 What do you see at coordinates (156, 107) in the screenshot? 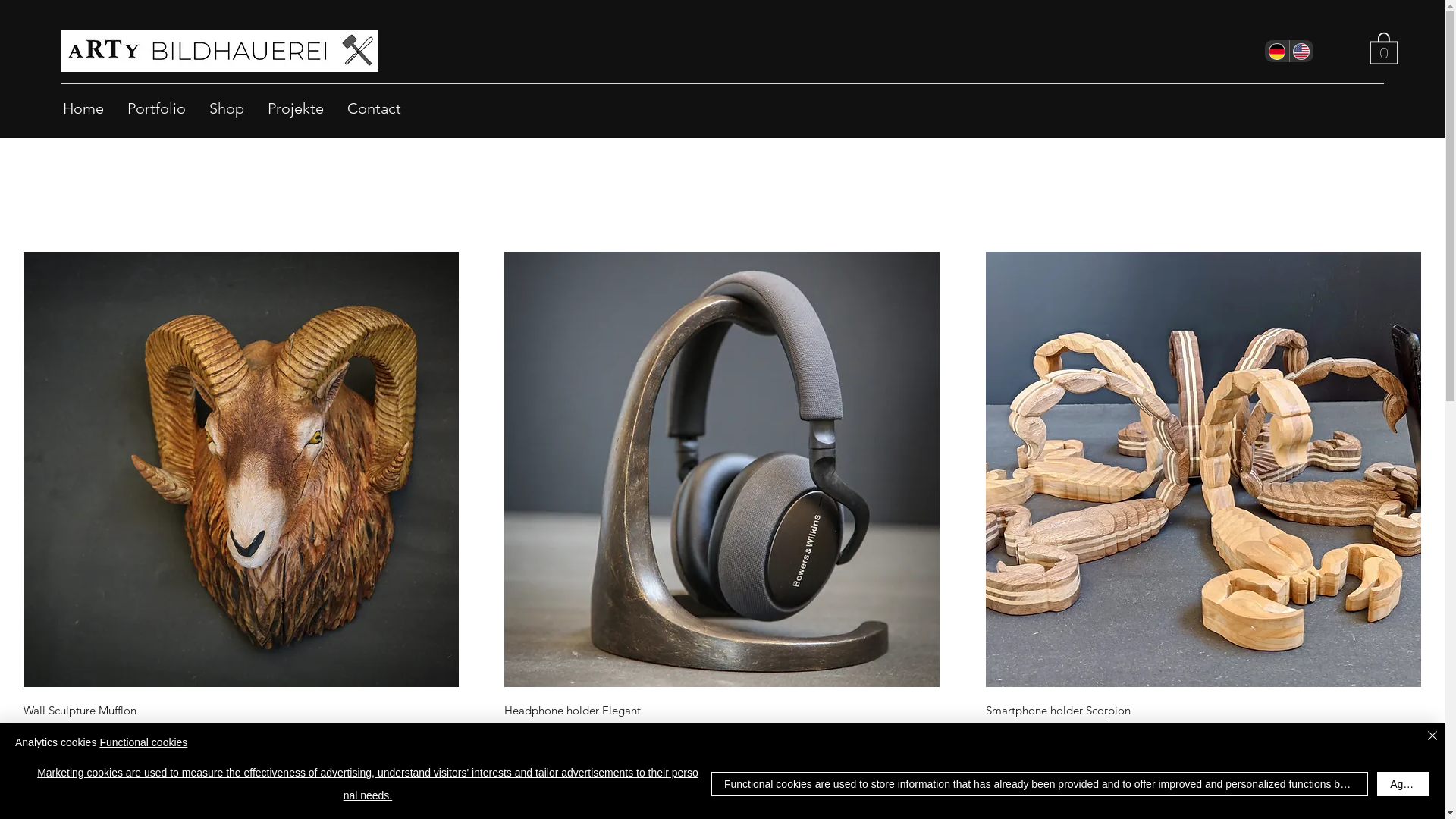
I see `'Portfolio'` at bounding box center [156, 107].